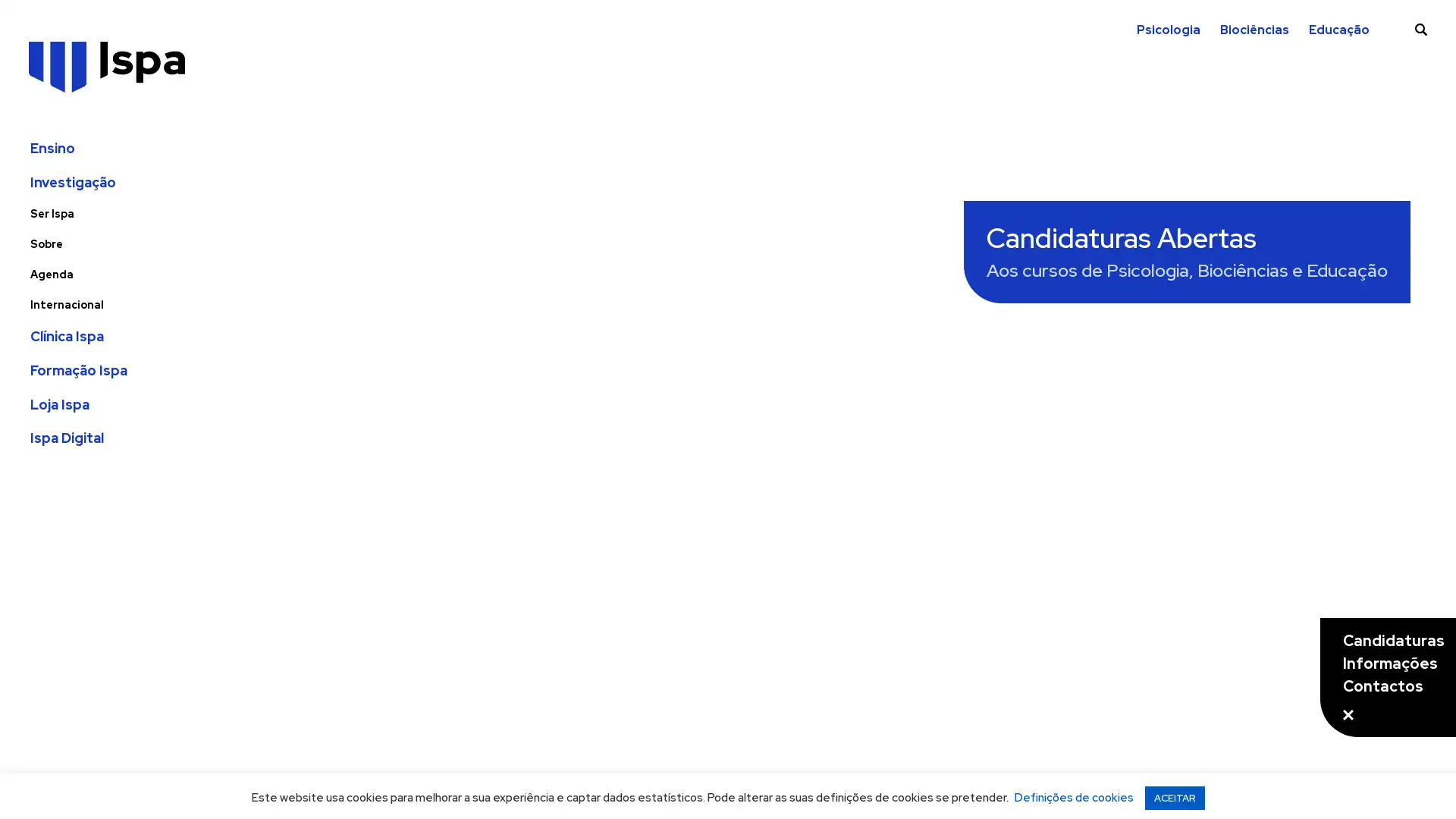 This screenshot has width=1456, height=819. I want to click on ACEITAR, so click(1173, 797).